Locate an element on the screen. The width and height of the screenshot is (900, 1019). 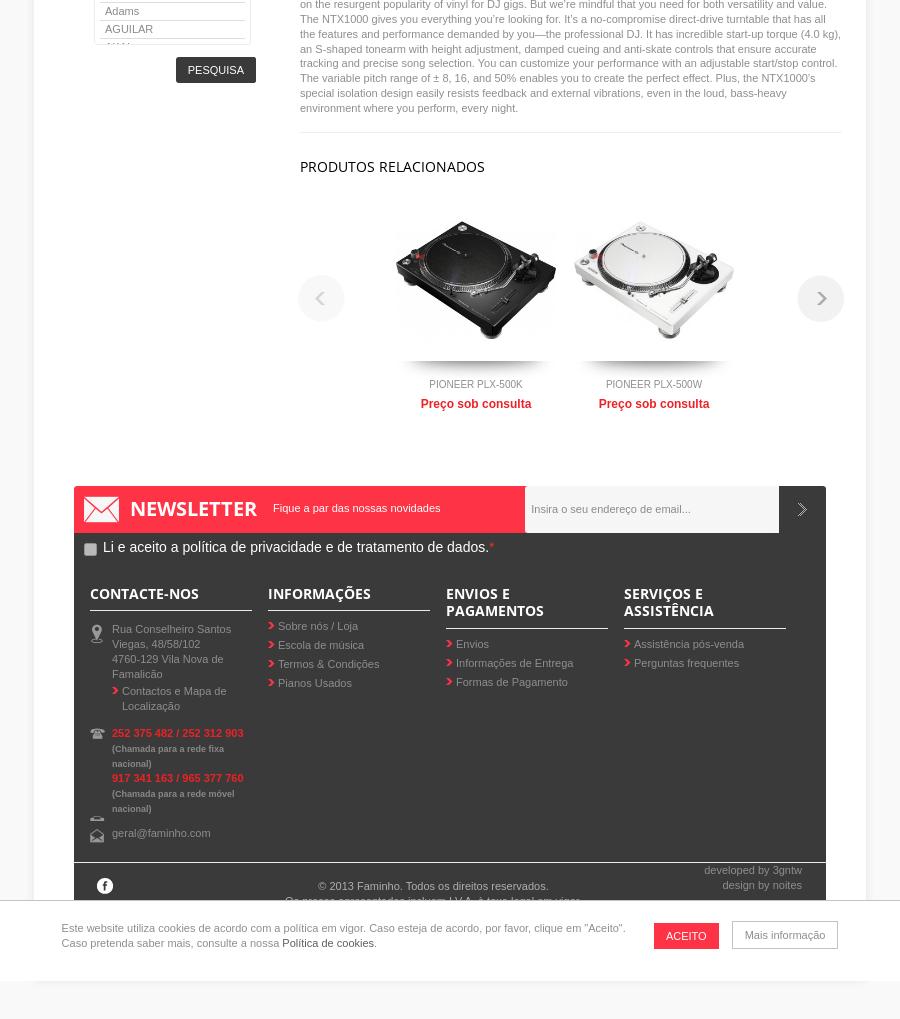
'Contactos e Mapa de Localização' is located at coordinates (173, 697).